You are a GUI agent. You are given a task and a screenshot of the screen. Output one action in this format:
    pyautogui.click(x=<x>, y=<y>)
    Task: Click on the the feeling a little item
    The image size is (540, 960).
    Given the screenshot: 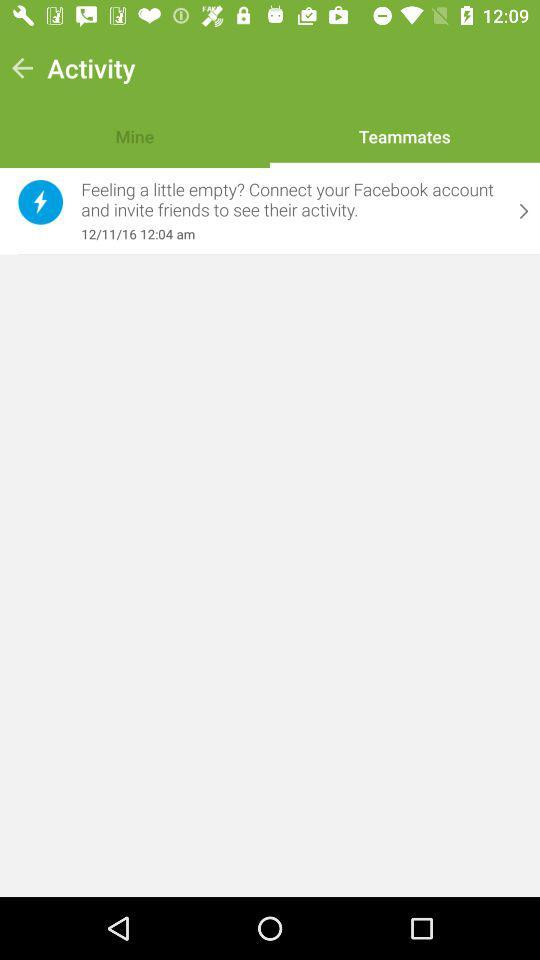 What is the action you would take?
    pyautogui.click(x=290, y=200)
    